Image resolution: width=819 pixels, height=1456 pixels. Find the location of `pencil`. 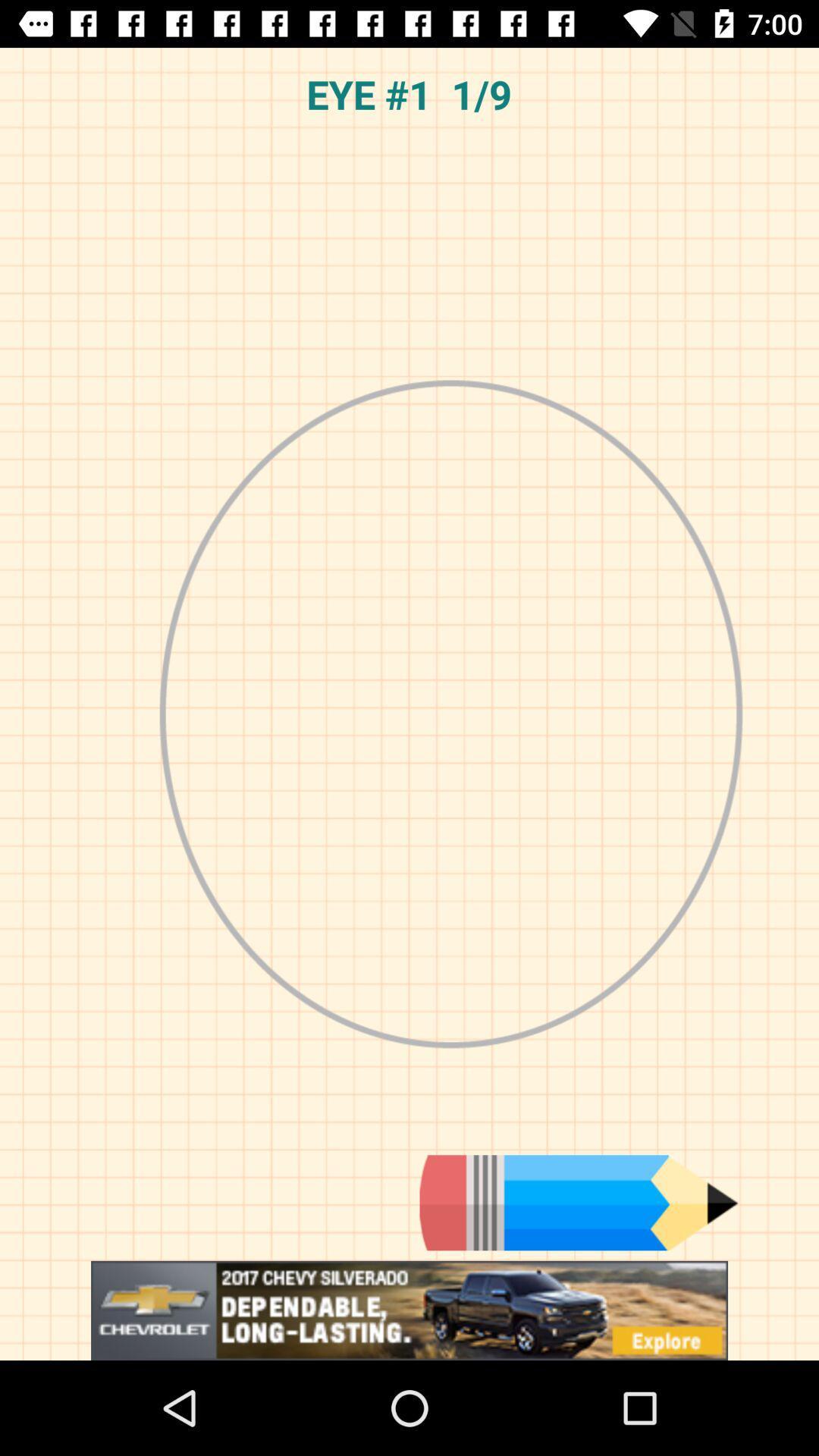

pencil is located at coordinates (579, 1202).